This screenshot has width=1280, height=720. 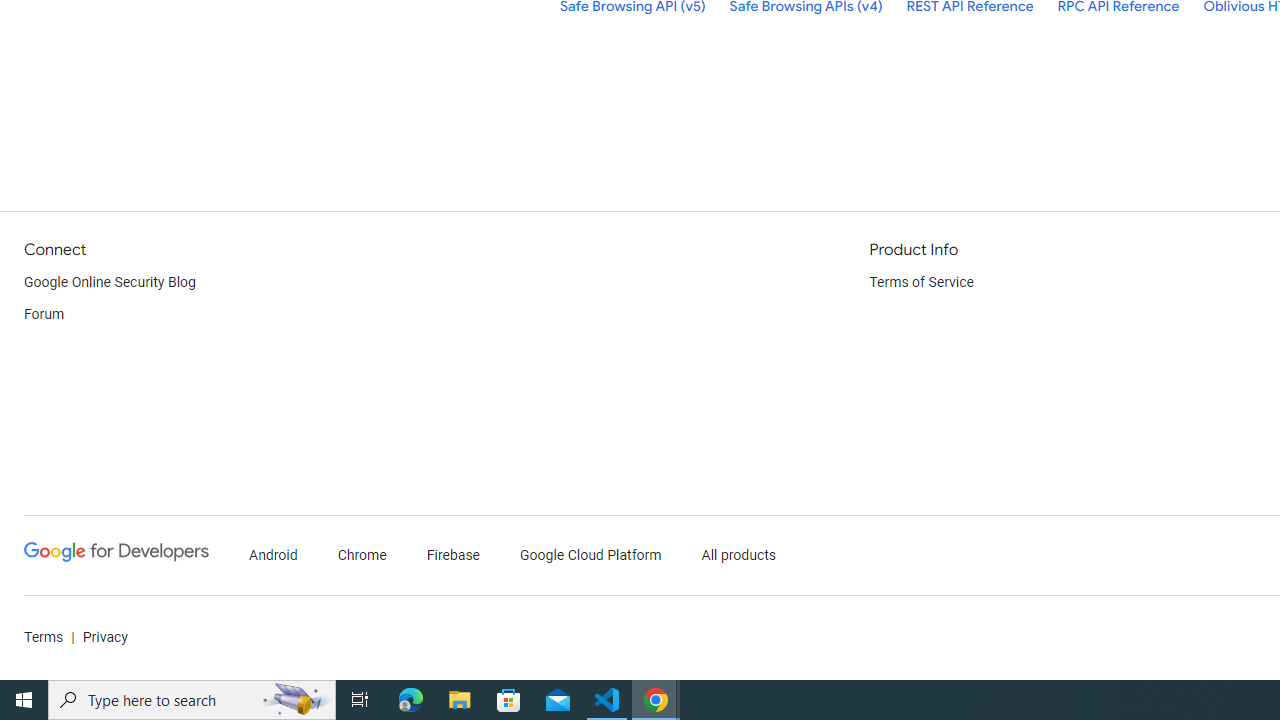 What do you see at coordinates (115, 555) in the screenshot?
I see `'Google Developers'` at bounding box center [115, 555].